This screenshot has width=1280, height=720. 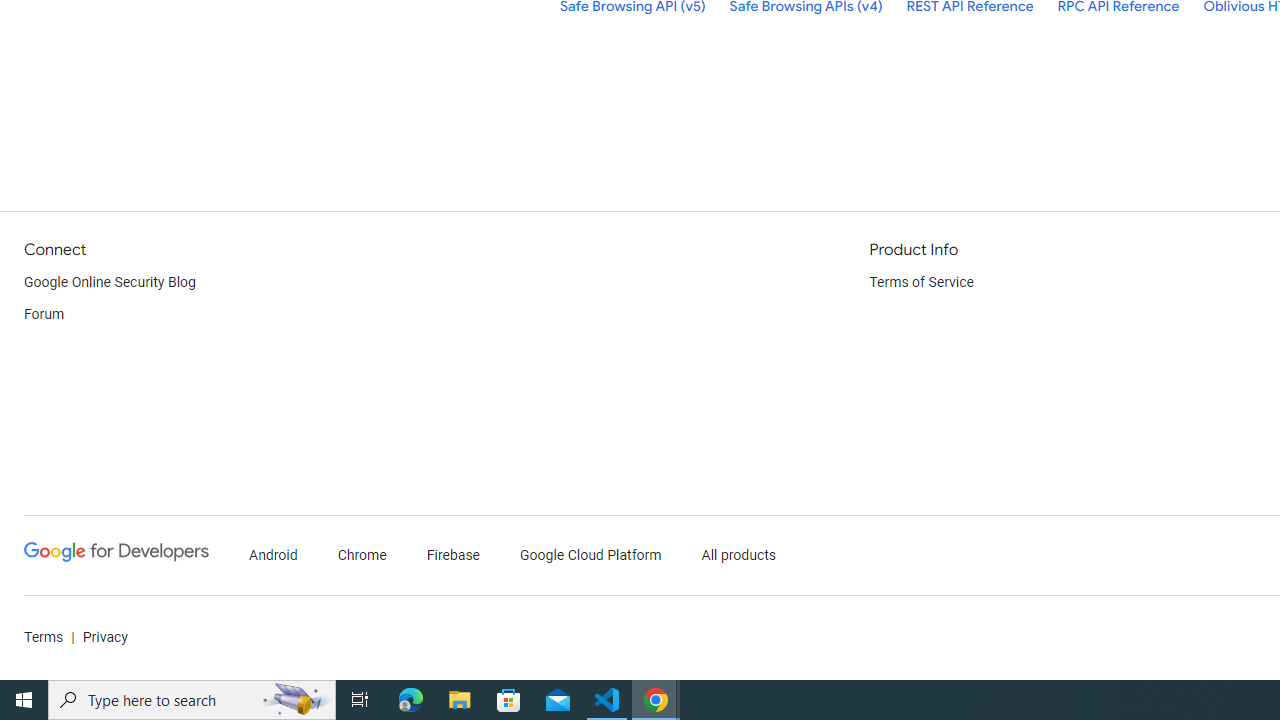 What do you see at coordinates (115, 555) in the screenshot?
I see `'Google Developers'` at bounding box center [115, 555].